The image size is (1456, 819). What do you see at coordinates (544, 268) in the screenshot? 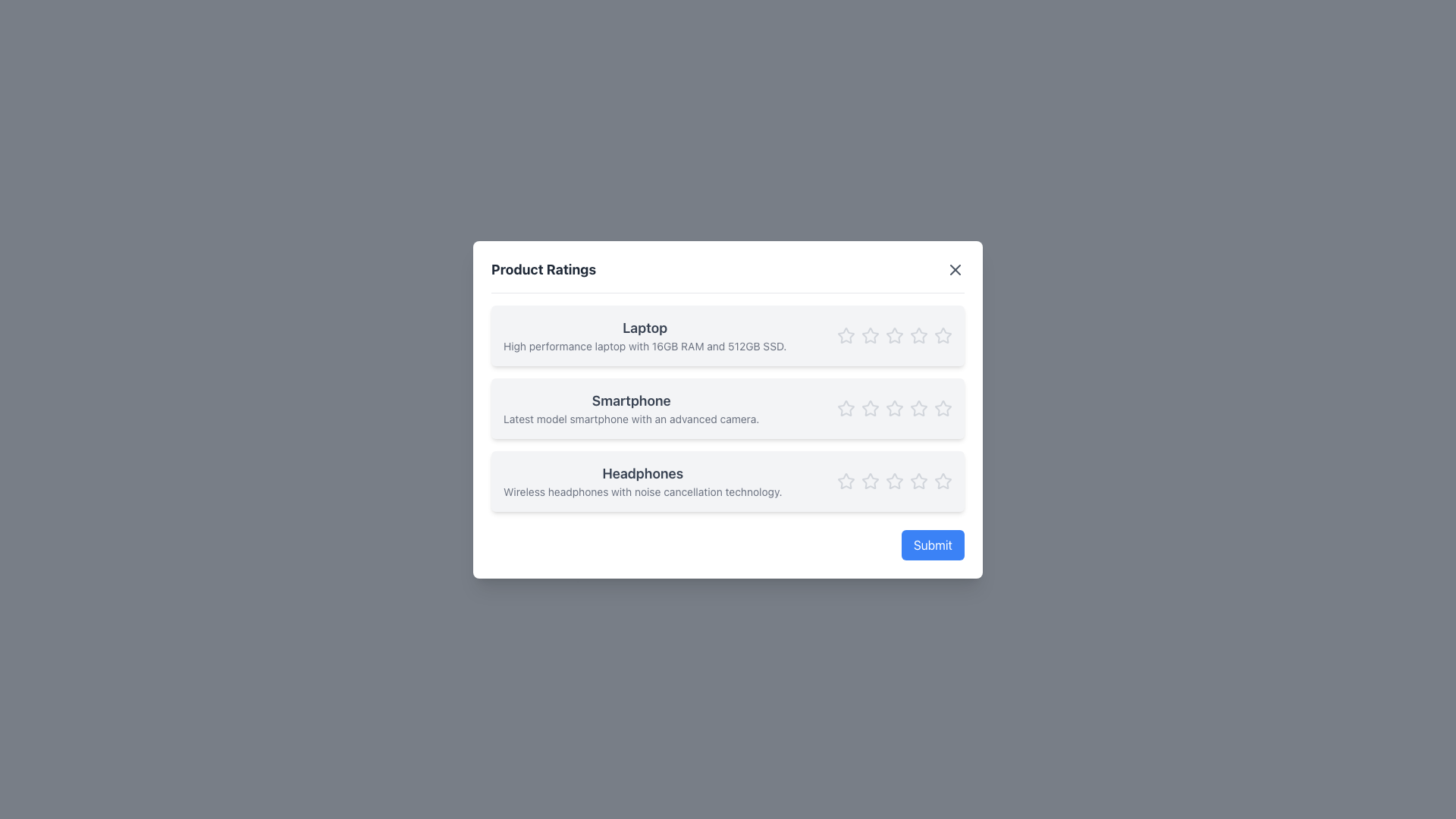
I see `text label that serves as a heading for the section related to product ratings, positioned at the top-left of the interface` at bounding box center [544, 268].